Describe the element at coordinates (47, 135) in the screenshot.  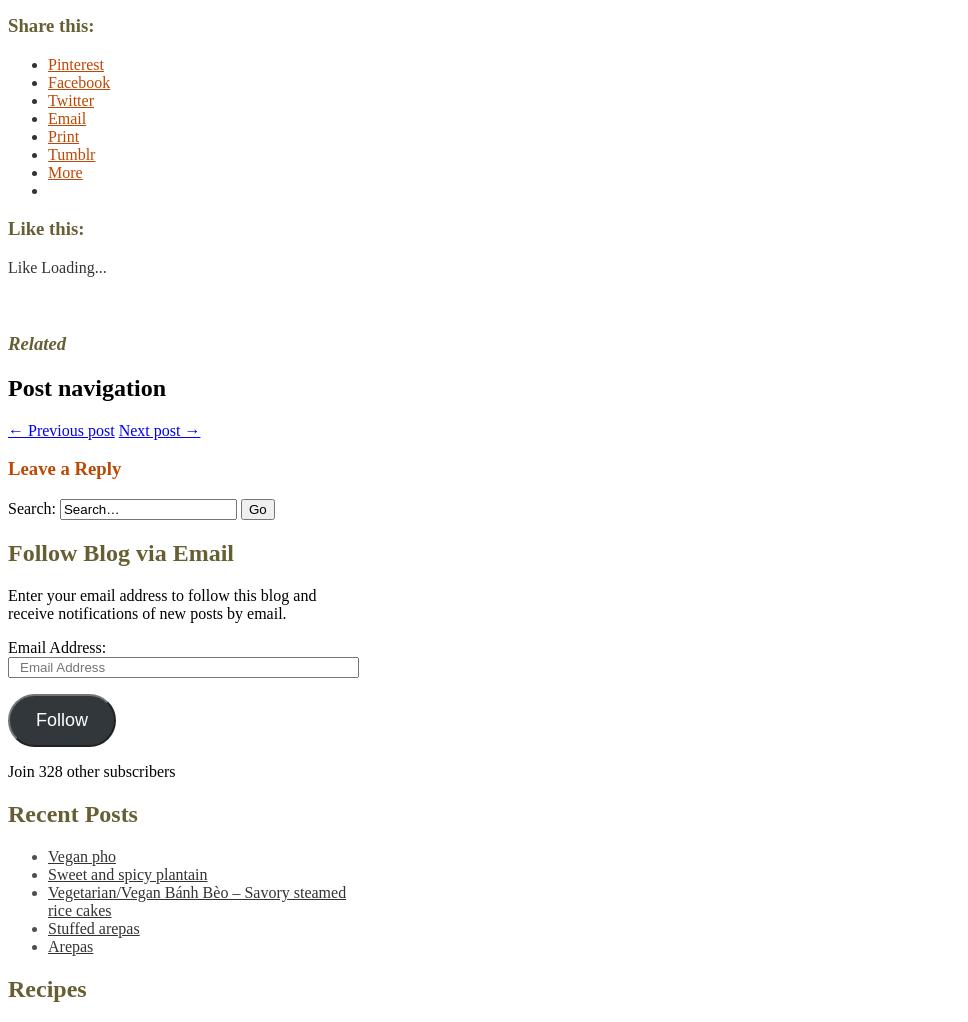
I see `'Print'` at that location.